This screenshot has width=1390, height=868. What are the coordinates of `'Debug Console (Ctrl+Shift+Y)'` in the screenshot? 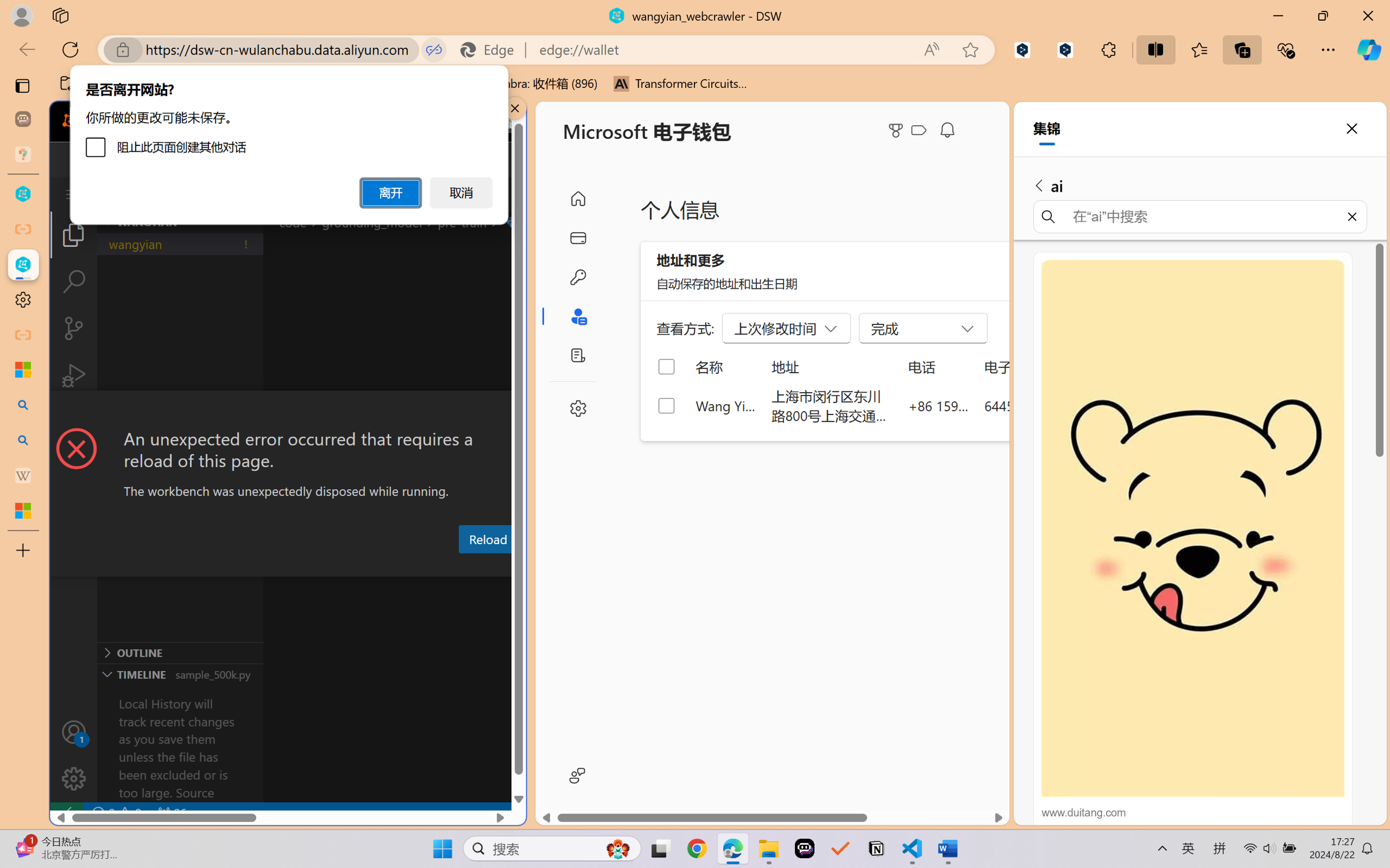 It's located at (464, 566).